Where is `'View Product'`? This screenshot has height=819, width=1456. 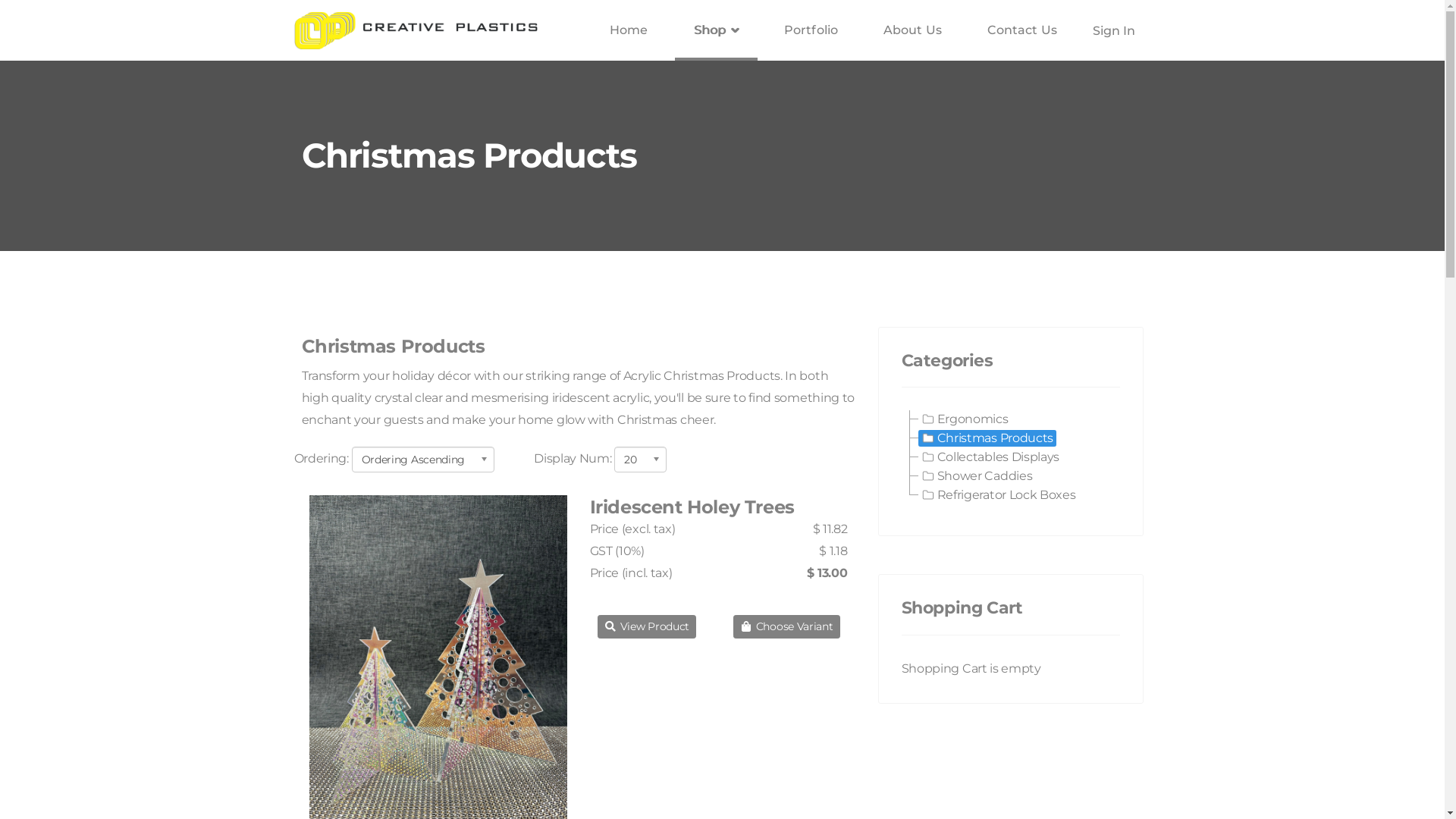
'View Product' is located at coordinates (647, 626).